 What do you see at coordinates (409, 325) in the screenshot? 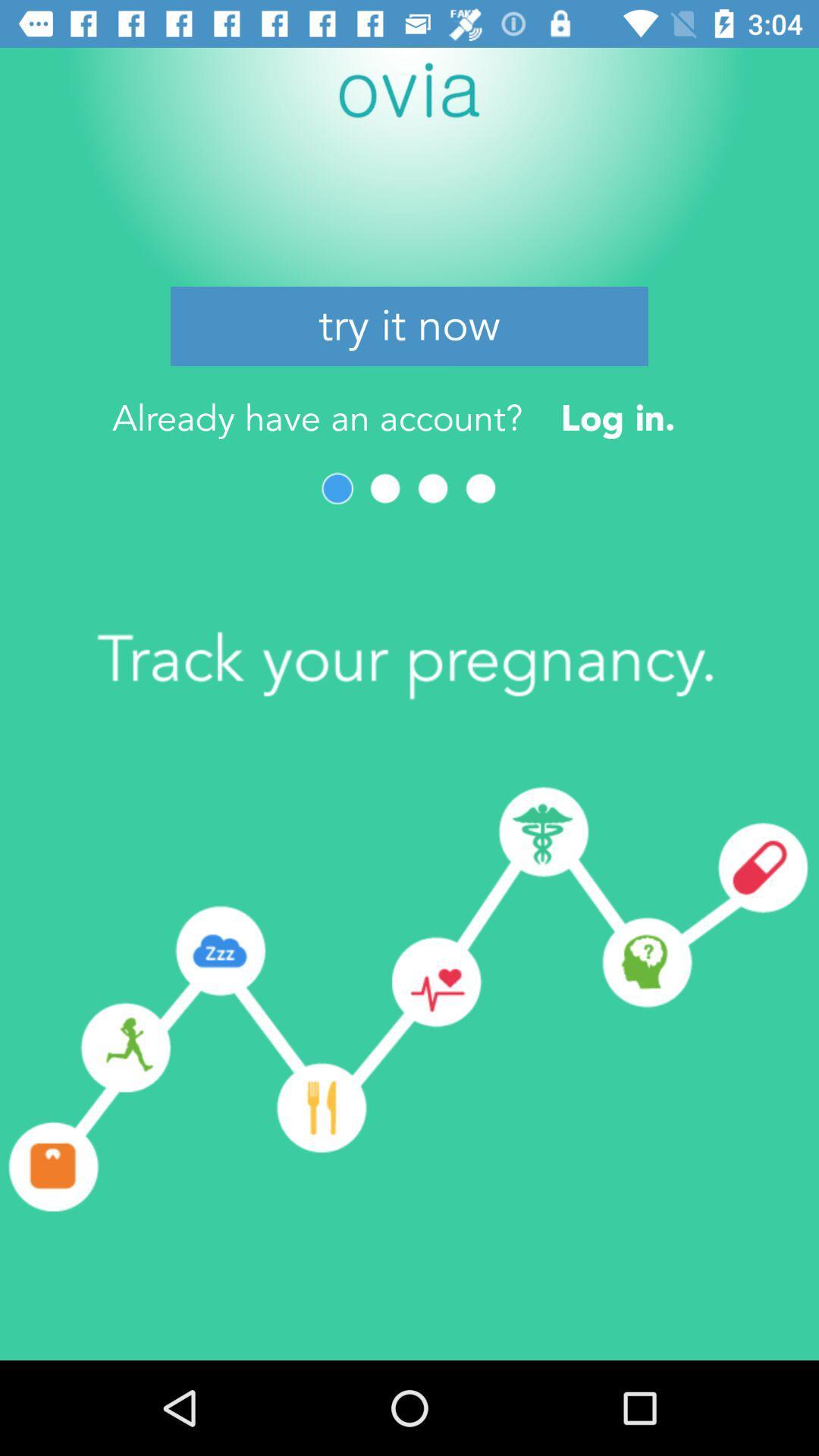
I see `the try it now item` at bounding box center [409, 325].